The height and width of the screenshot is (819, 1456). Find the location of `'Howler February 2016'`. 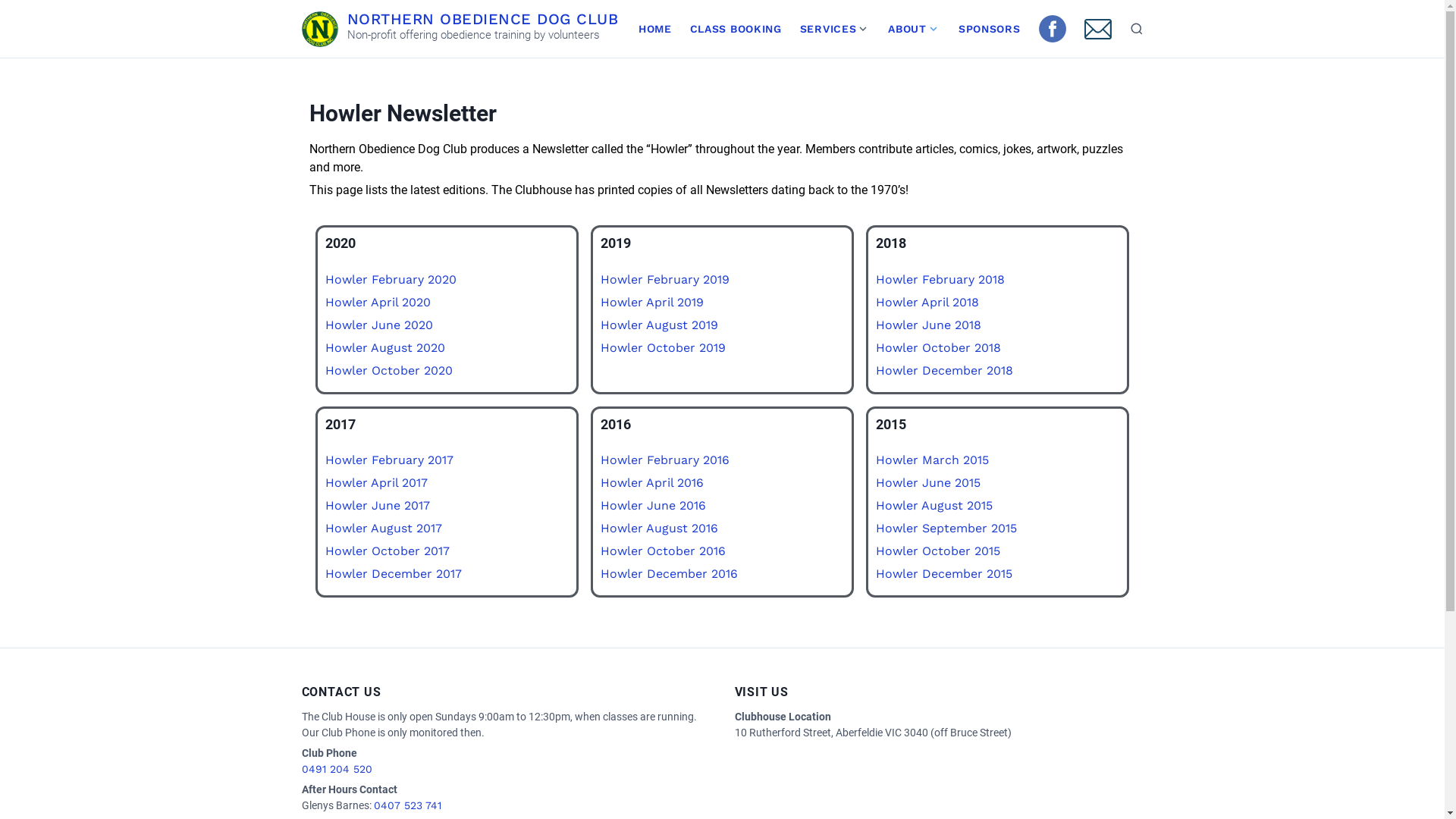

'Howler February 2016' is located at coordinates (665, 459).